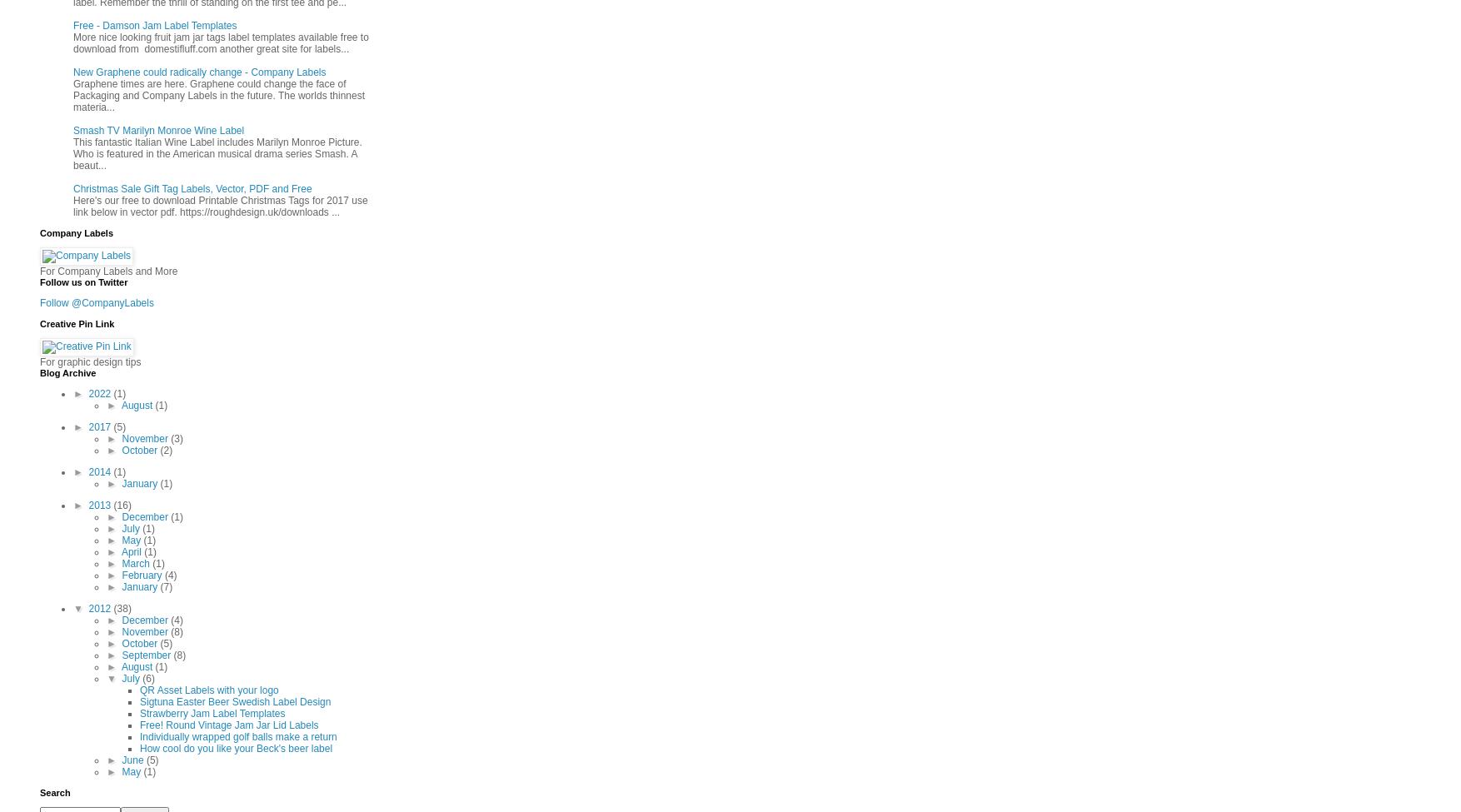  What do you see at coordinates (112, 606) in the screenshot?
I see `'(38)'` at bounding box center [112, 606].